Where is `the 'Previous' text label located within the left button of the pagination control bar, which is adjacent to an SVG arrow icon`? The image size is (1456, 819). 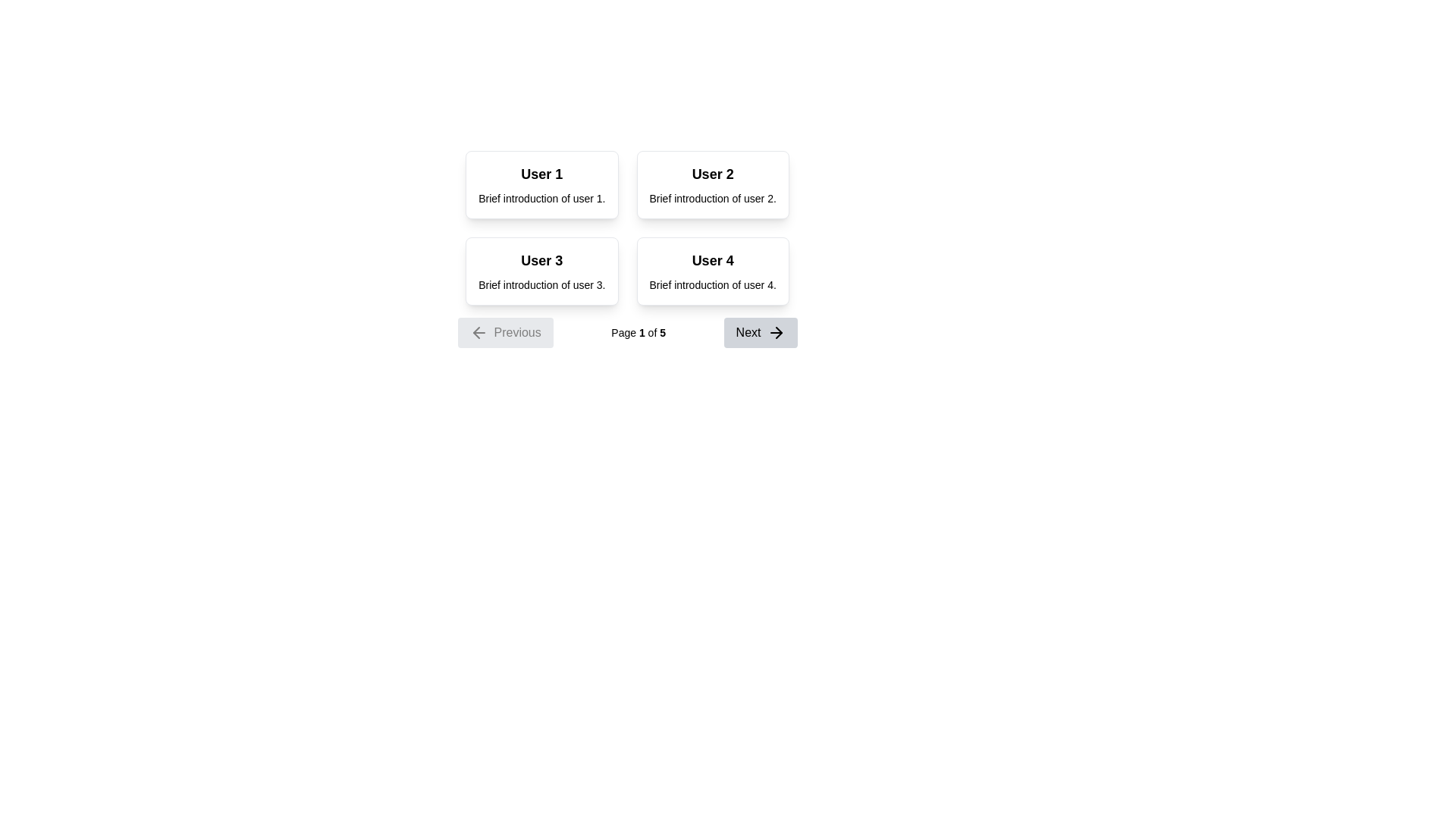 the 'Previous' text label located within the left button of the pagination control bar, which is adjacent to an SVG arrow icon is located at coordinates (517, 332).